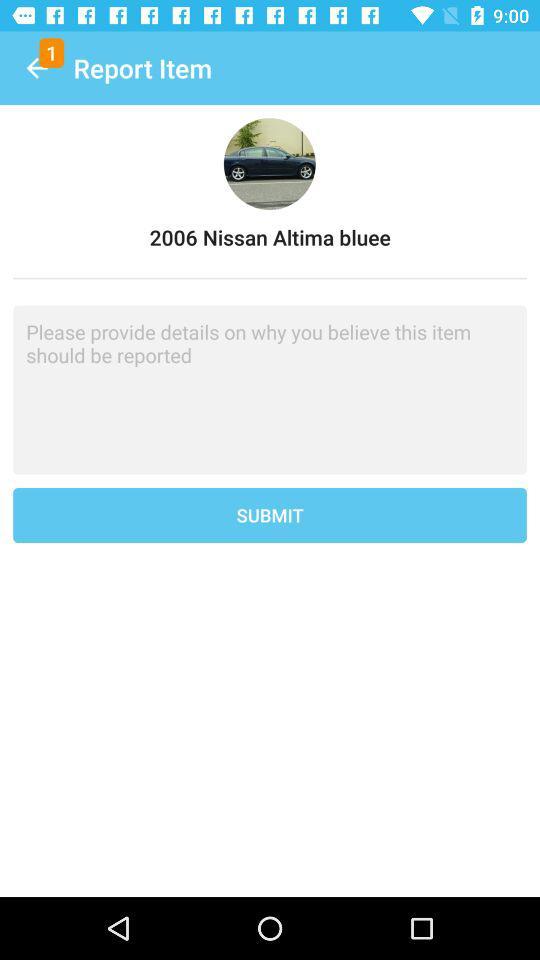 Image resolution: width=540 pixels, height=960 pixels. Describe the element at coordinates (36, 68) in the screenshot. I see `the icon to the left of report item item` at that location.